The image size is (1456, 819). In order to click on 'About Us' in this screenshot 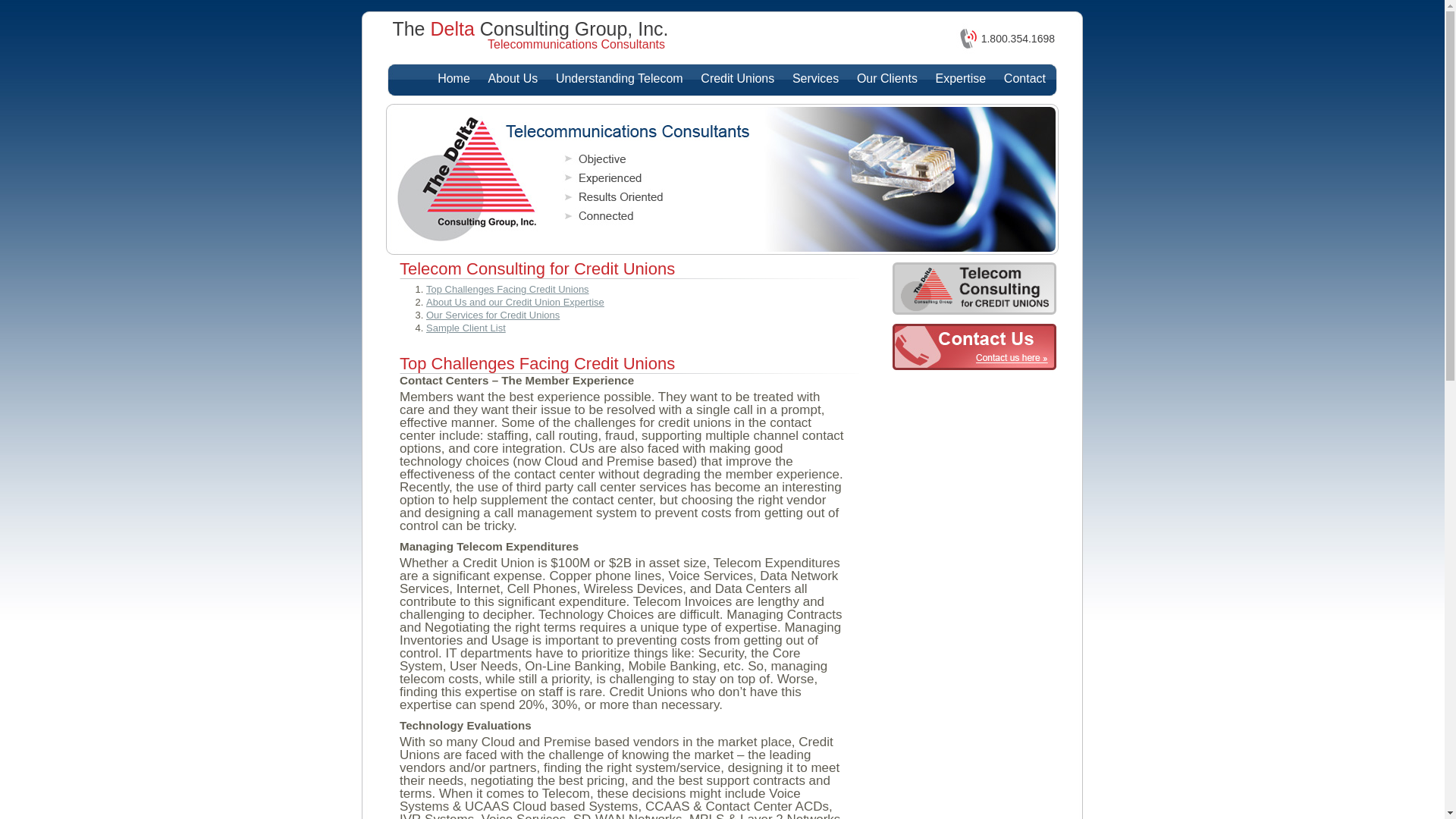, I will do `click(513, 78)`.